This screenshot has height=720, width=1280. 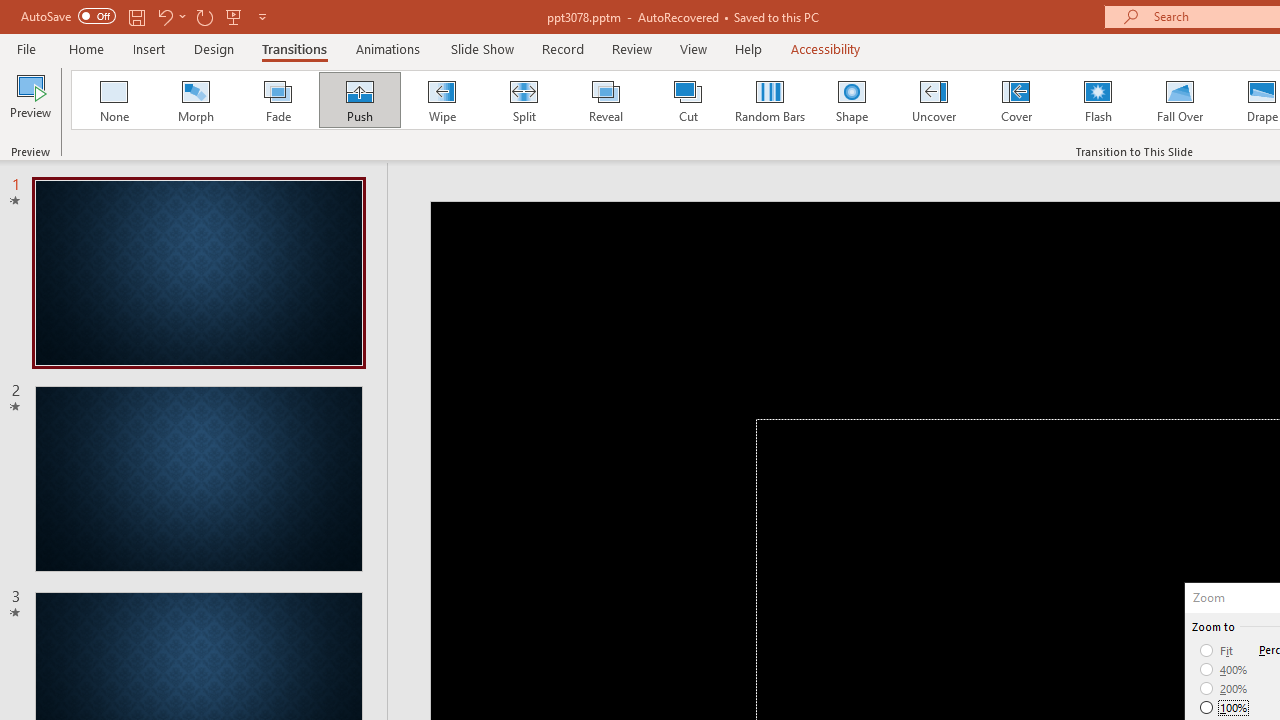 I want to click on 'None', so click(x=112, y=100).